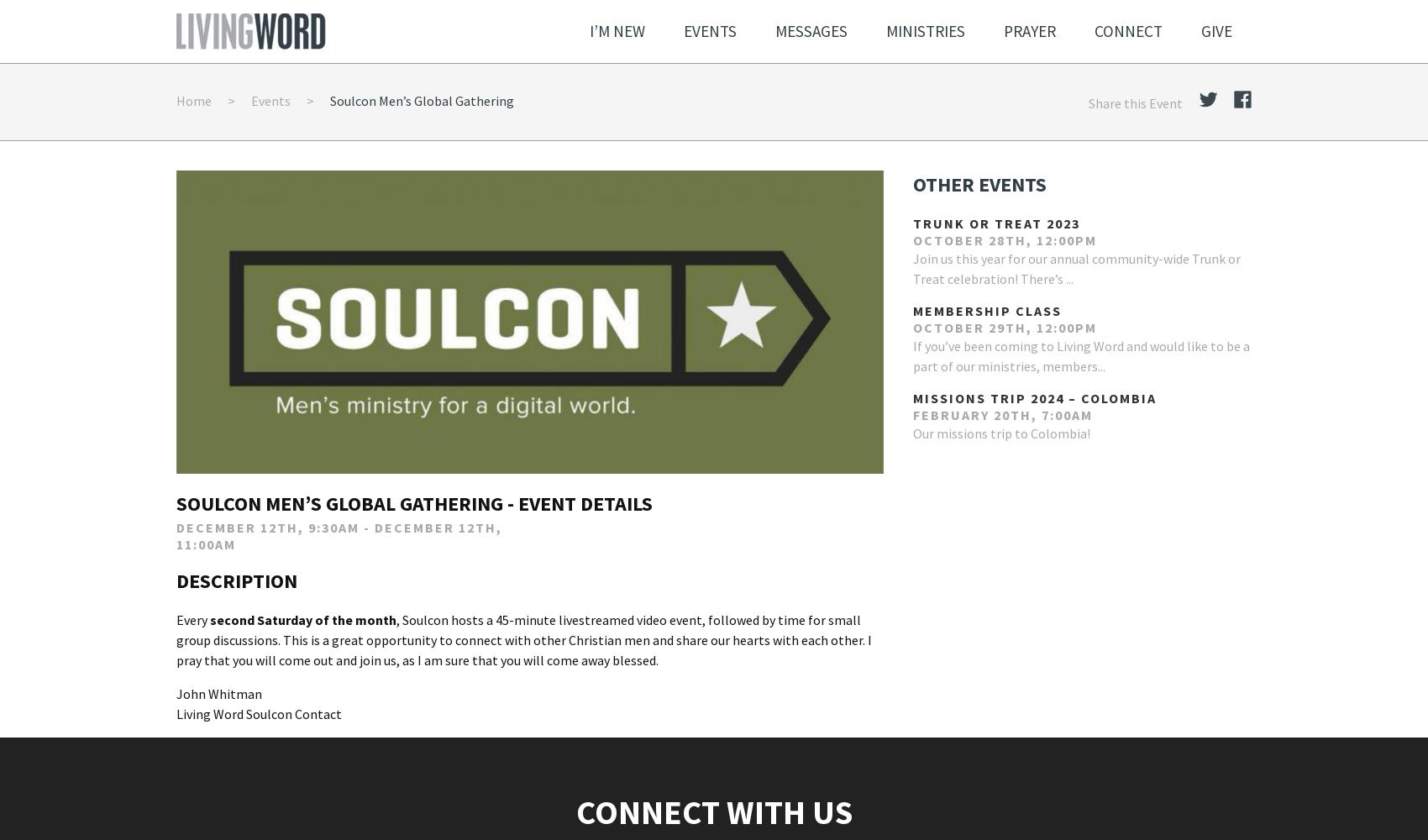 This screenshot has height=840, width=1428. Describe the element at coordinates (237, 579) in the screenshot. I see `'Description'` at that location.